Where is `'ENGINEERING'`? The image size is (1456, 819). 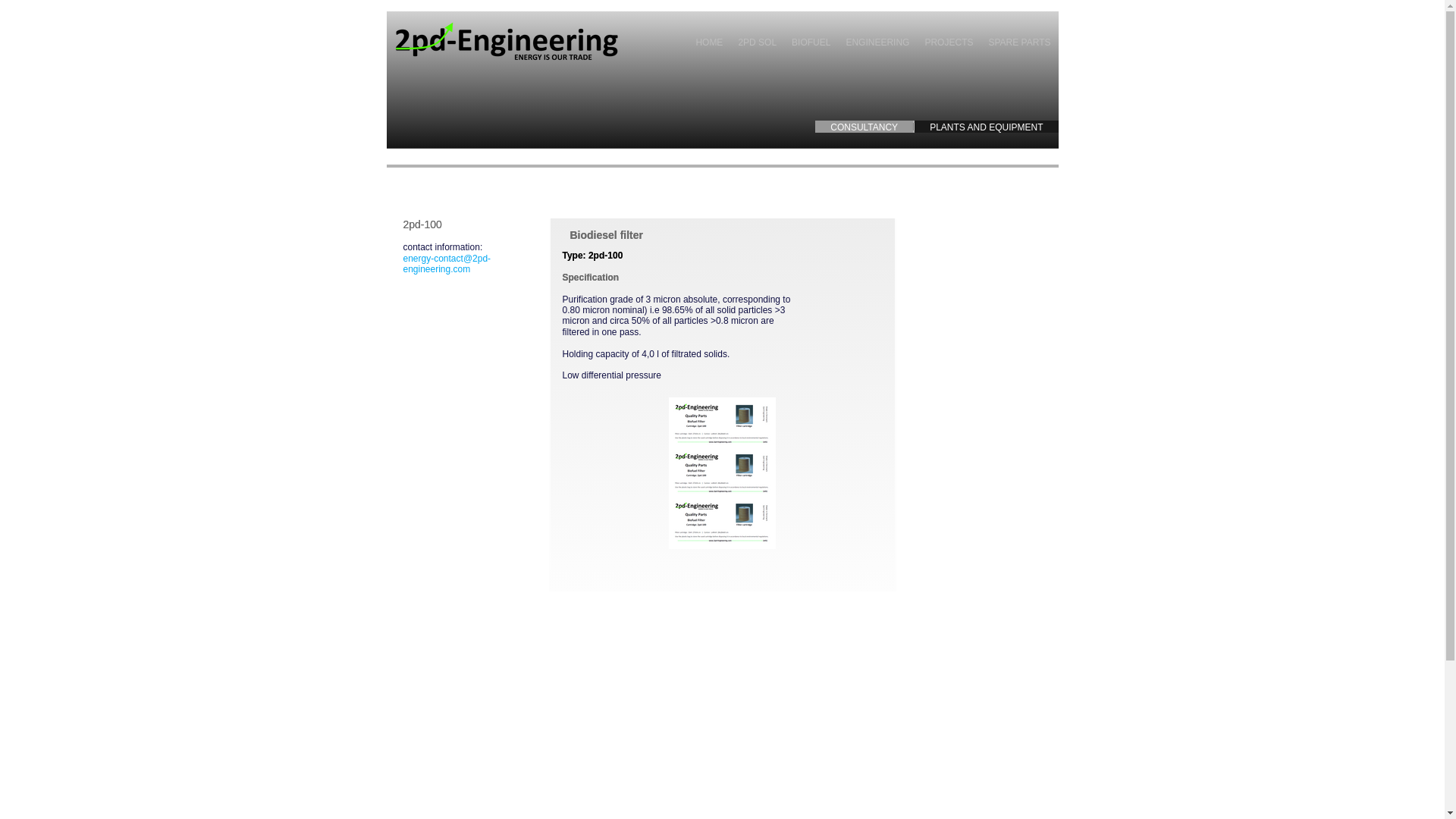 'ENGINEERING' is located at coordinates (877, 42).